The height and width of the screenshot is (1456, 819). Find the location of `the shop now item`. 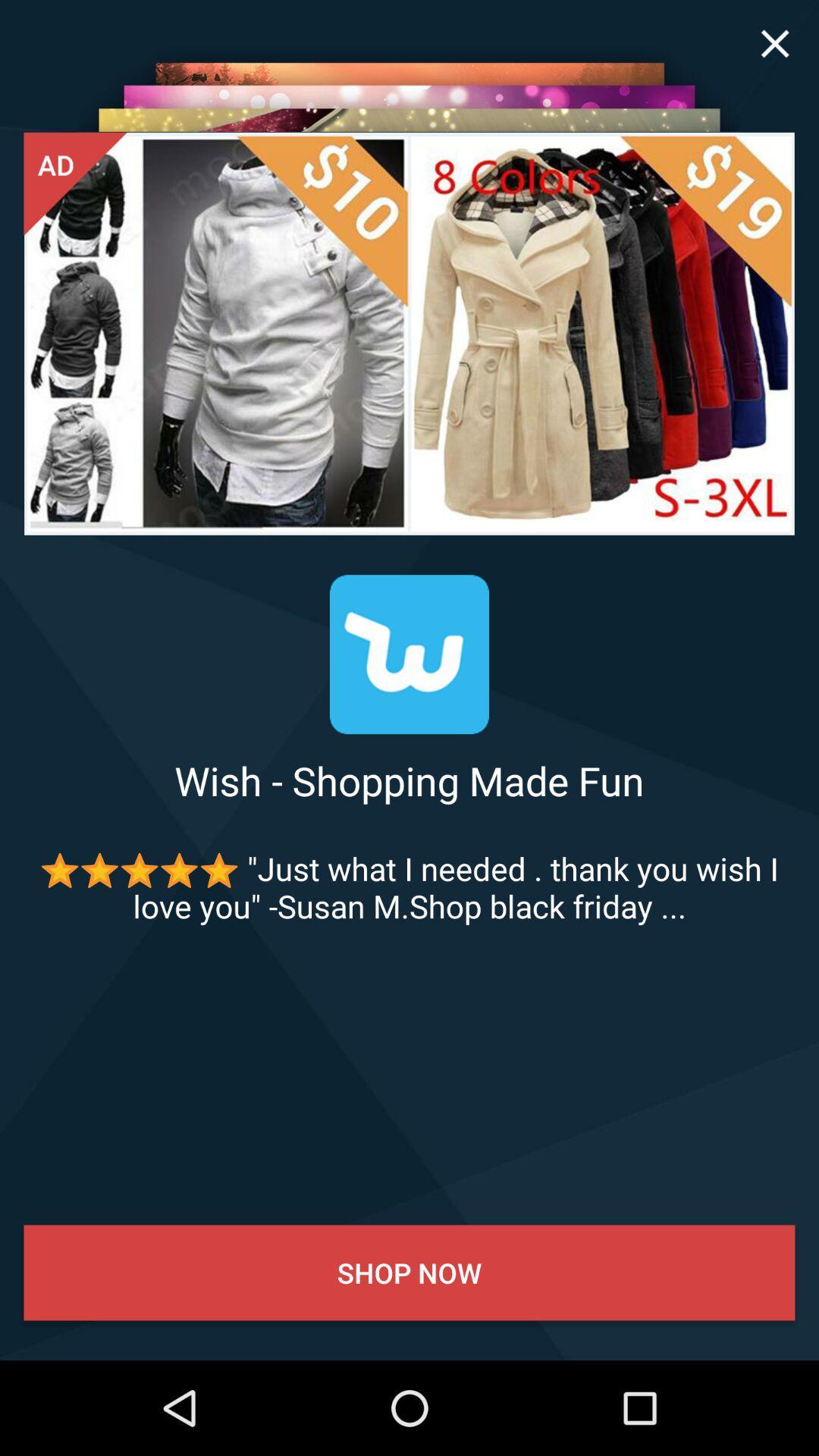

the shop now item is located at coordinates (409, 1272).